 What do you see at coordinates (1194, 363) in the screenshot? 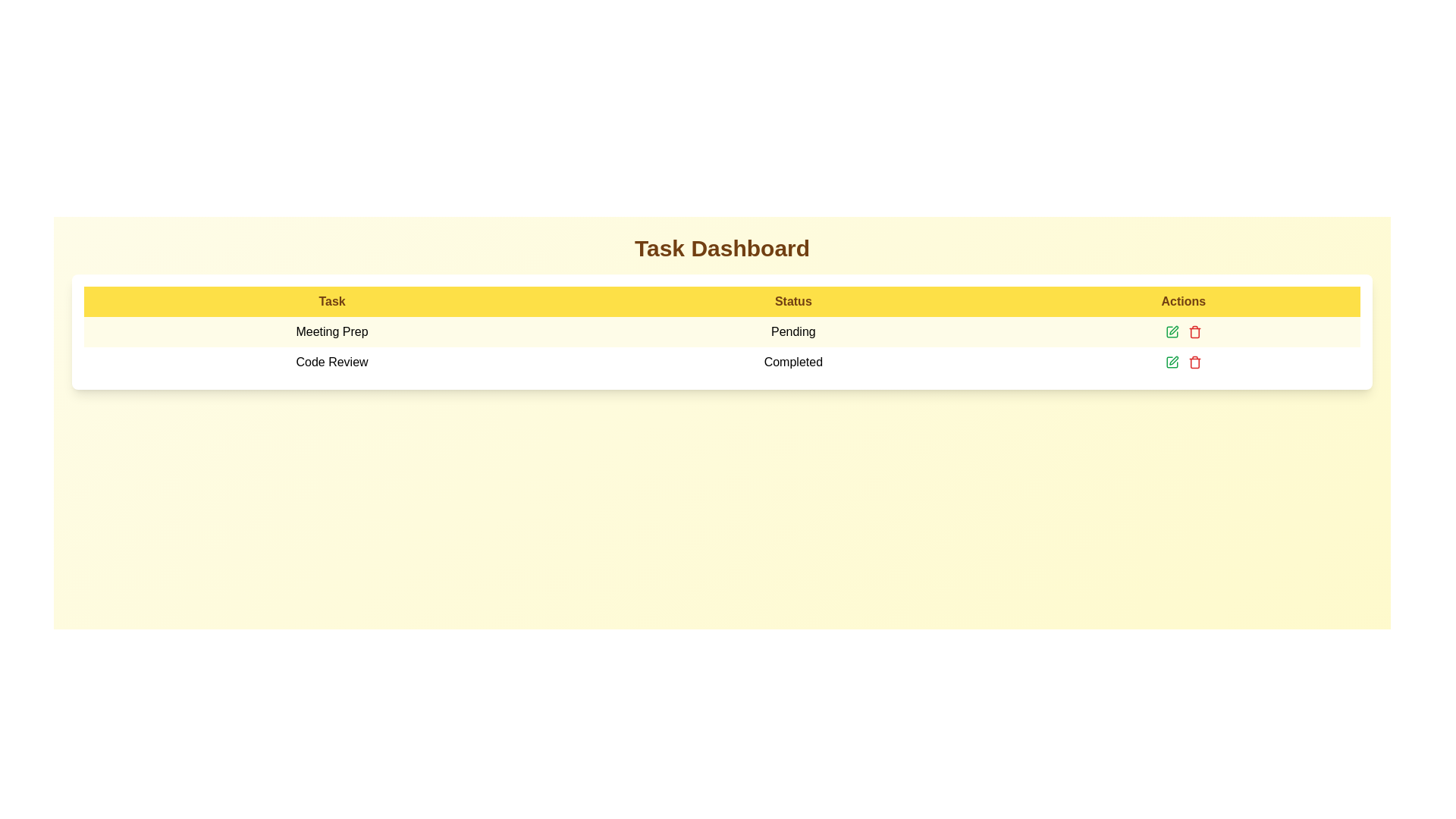
I see `the delete action button located in the 'Actions' column of the second row of the task table for the 'Code Review' task` at bounding box center [1194, 363].